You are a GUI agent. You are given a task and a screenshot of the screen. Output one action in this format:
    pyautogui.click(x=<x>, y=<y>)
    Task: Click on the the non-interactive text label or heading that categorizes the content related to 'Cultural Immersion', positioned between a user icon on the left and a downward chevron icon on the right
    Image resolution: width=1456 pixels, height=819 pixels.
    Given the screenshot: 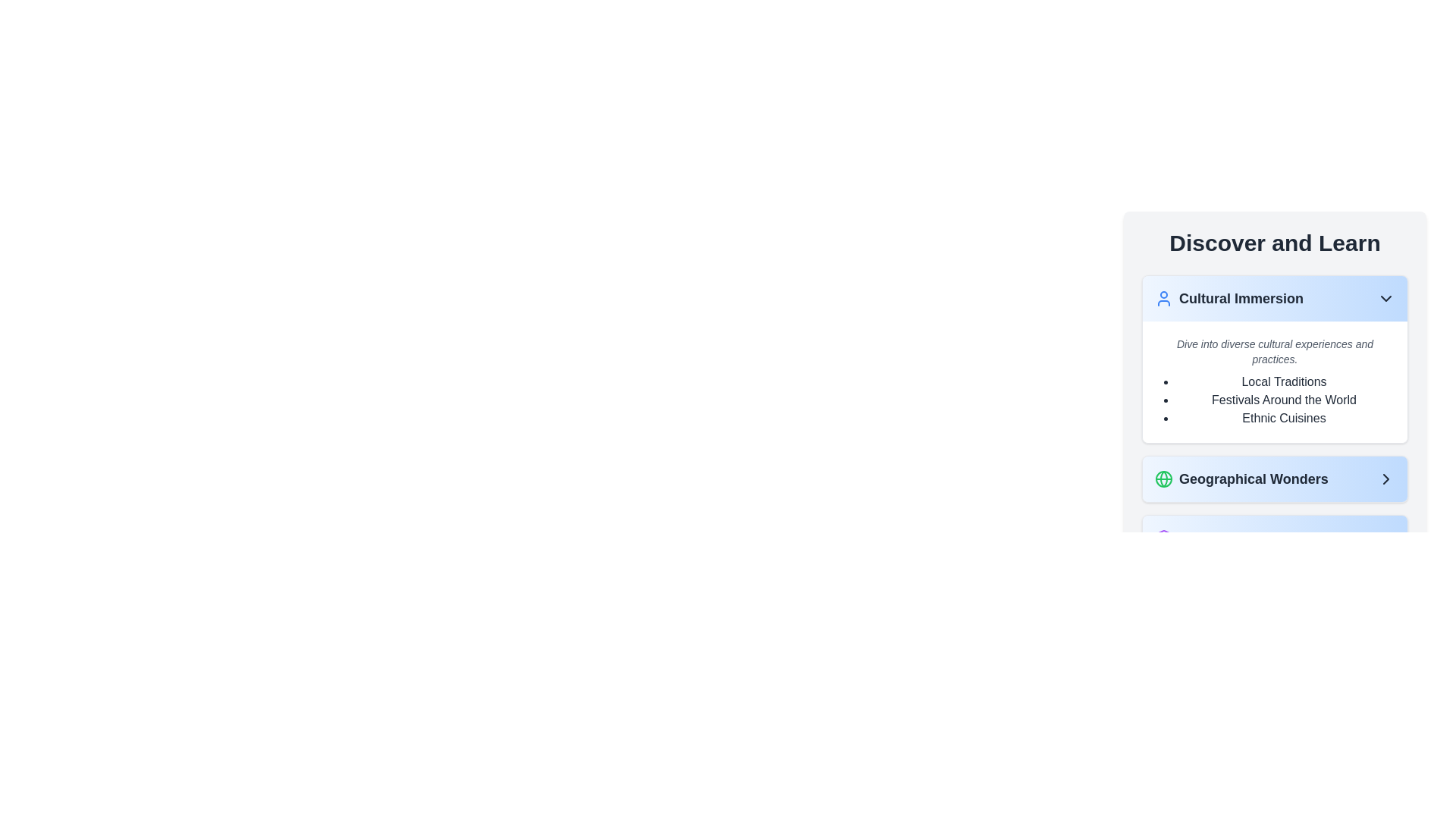 What is the action you would take?
    pyautogui.click(x=1229, y=298)
    